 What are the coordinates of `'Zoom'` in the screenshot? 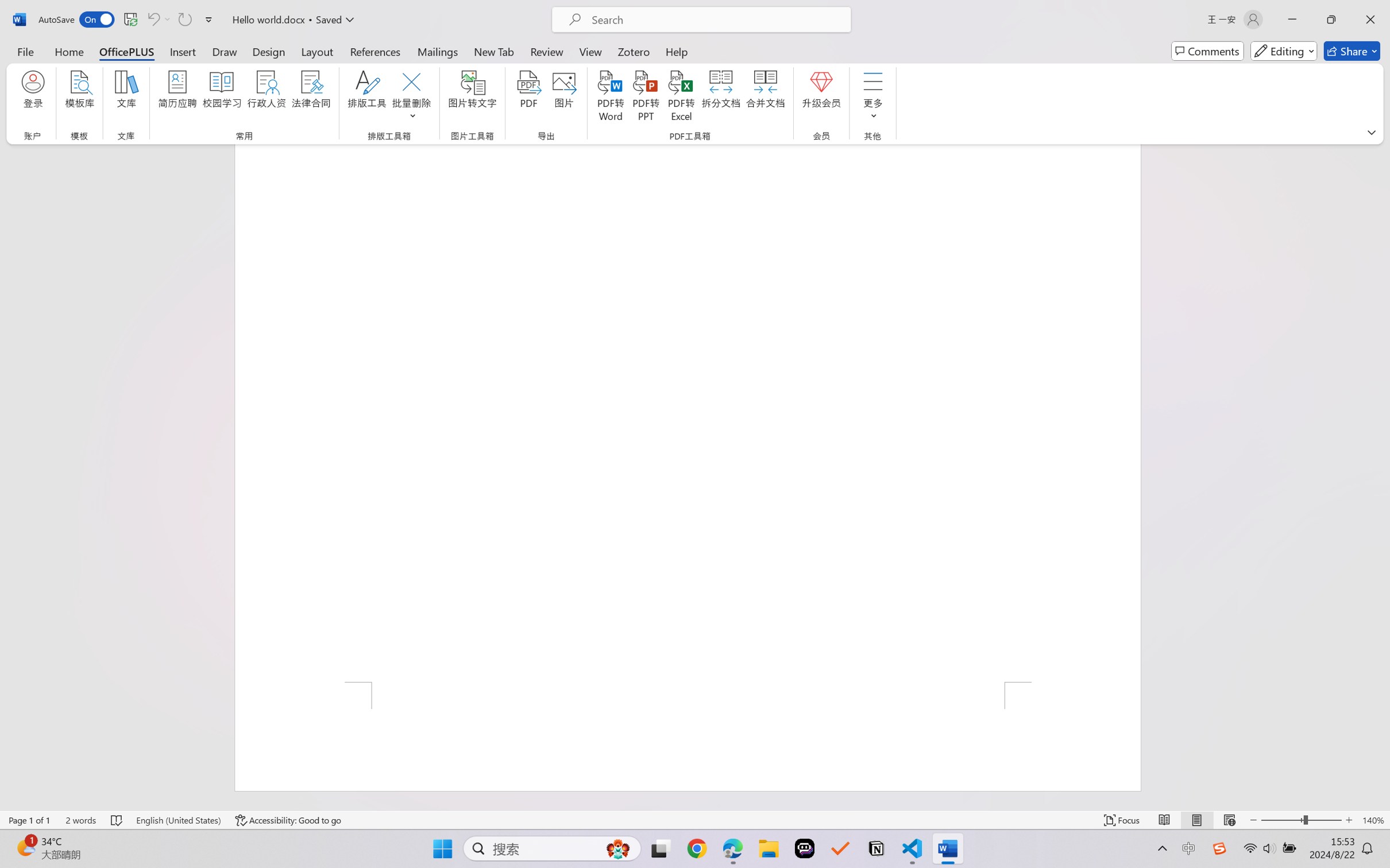 It's located at (1302, 820).